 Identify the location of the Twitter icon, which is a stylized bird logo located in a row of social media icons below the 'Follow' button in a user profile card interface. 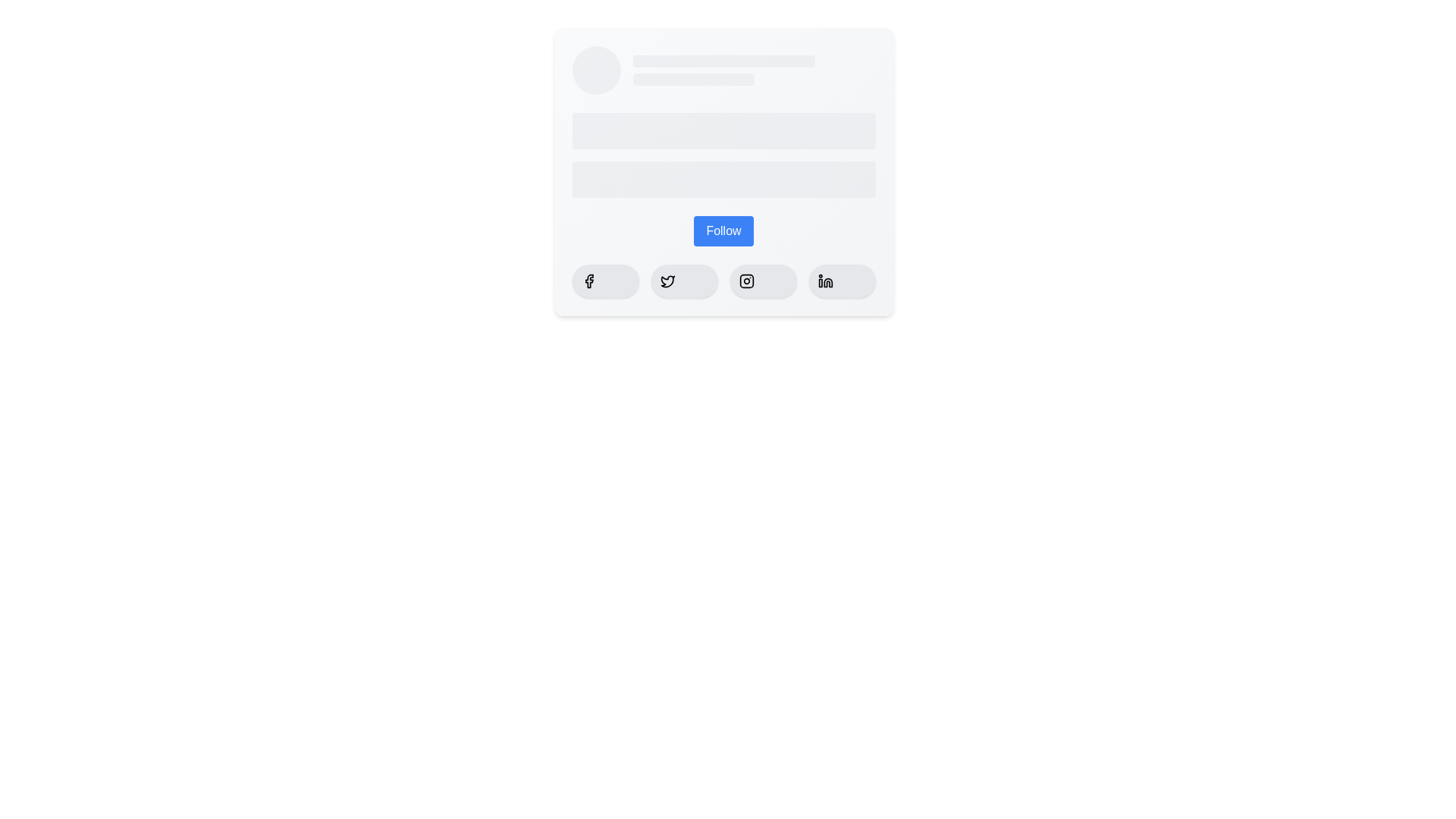
(667, 281).